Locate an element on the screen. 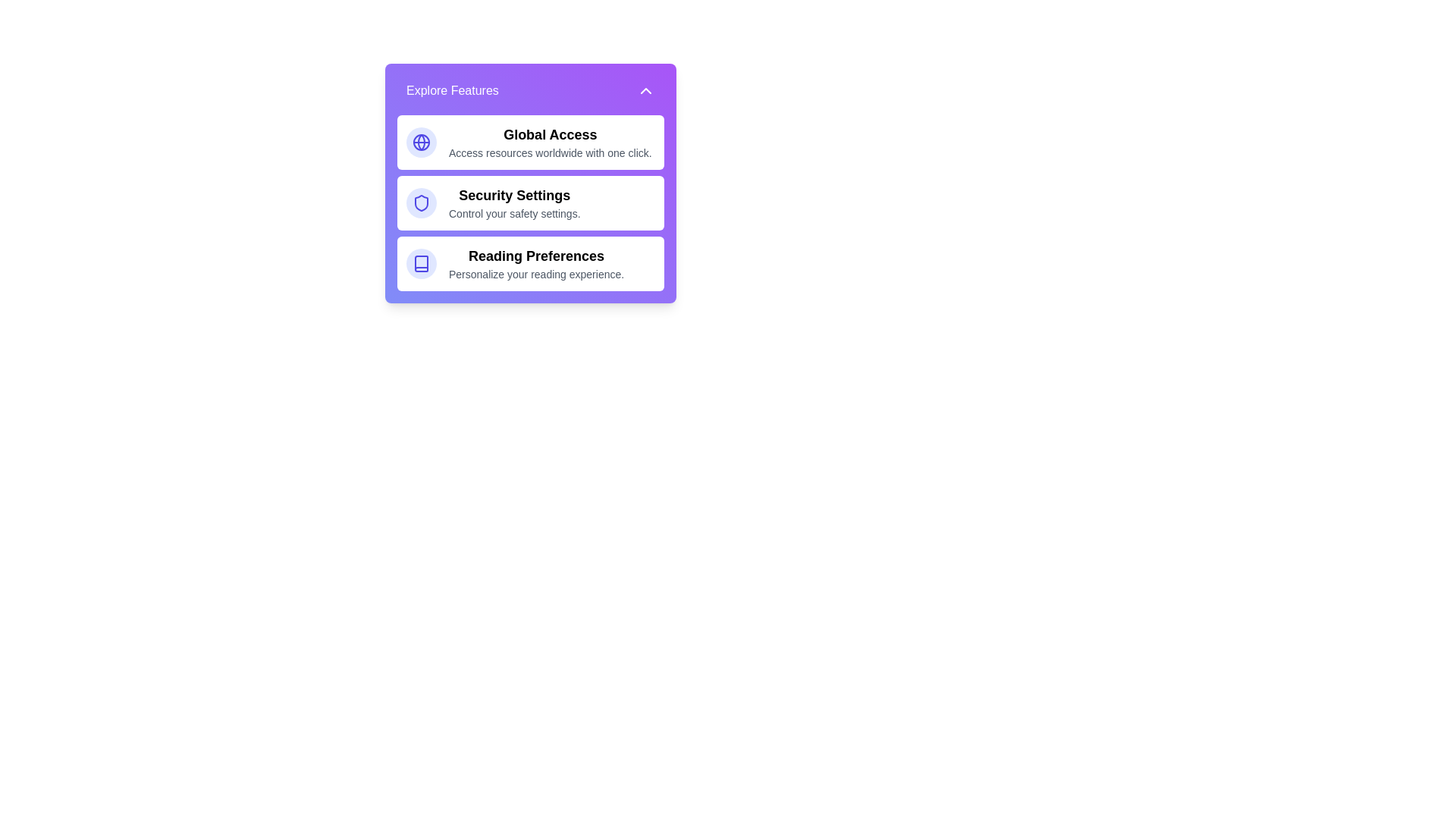 The height and width of the screenshot is (819, 1456). the 'Global Access' clickable card, which features a globe icon and is the first item in the 'Explore Features' section is located at coordinates (531, 143).